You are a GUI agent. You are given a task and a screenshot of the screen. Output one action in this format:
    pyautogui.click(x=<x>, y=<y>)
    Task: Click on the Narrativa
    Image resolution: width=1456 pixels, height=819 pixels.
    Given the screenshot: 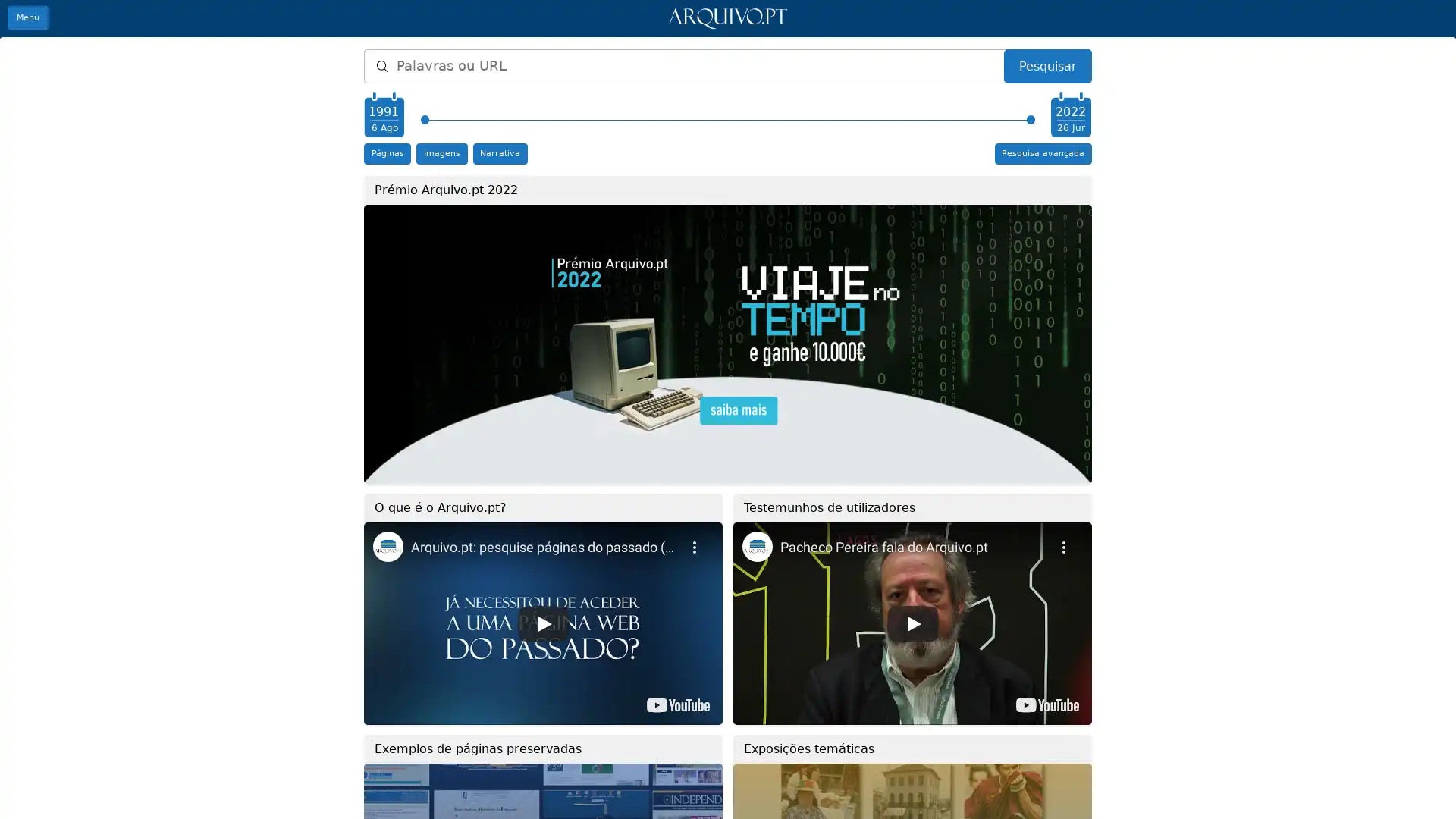 What is the action you would take?
    pyautogui.click(x=499, y=153)
    